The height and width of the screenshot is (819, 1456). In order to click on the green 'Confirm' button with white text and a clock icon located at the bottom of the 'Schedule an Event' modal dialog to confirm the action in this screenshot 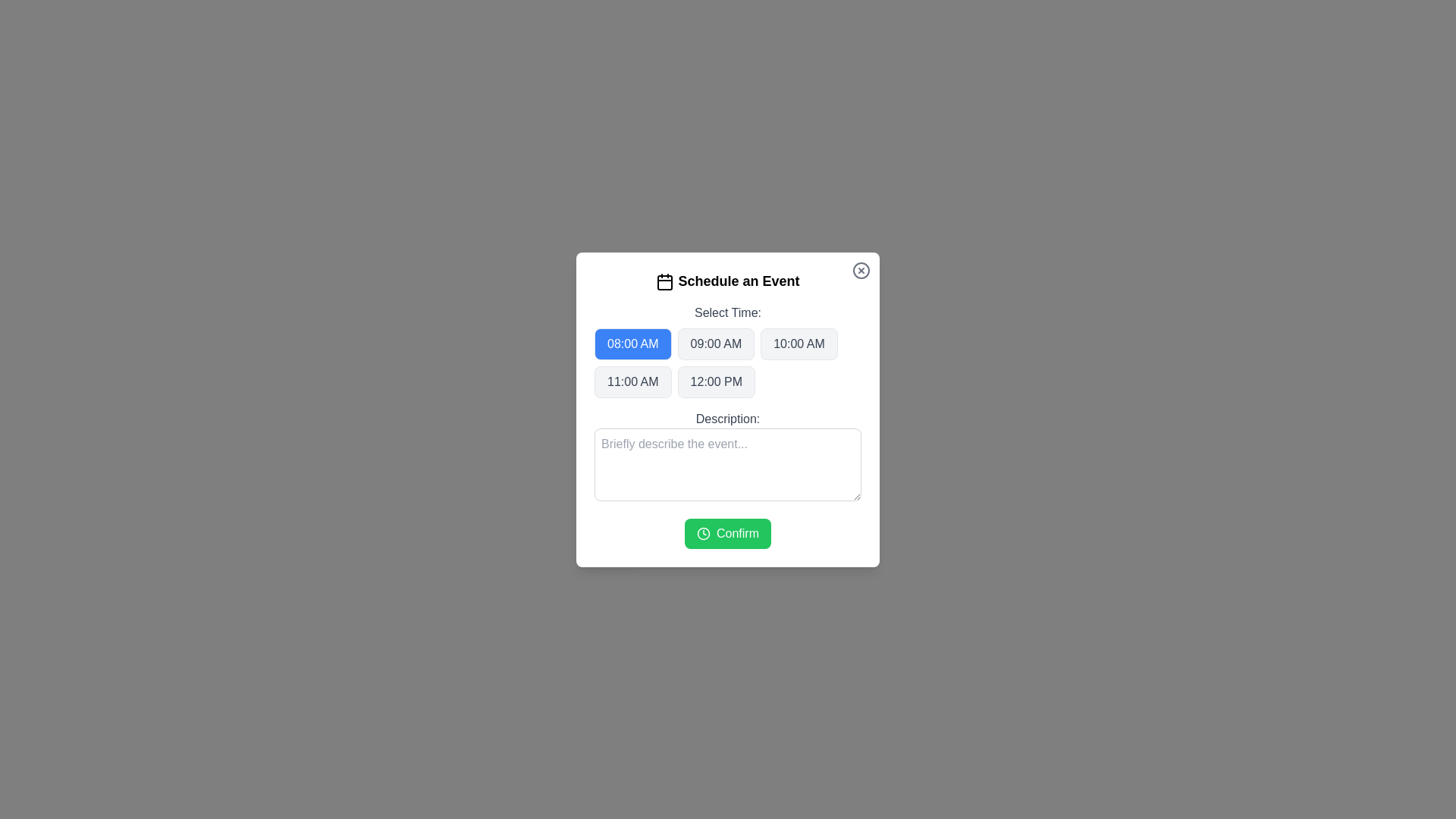, I will do `click(728, 532)`.